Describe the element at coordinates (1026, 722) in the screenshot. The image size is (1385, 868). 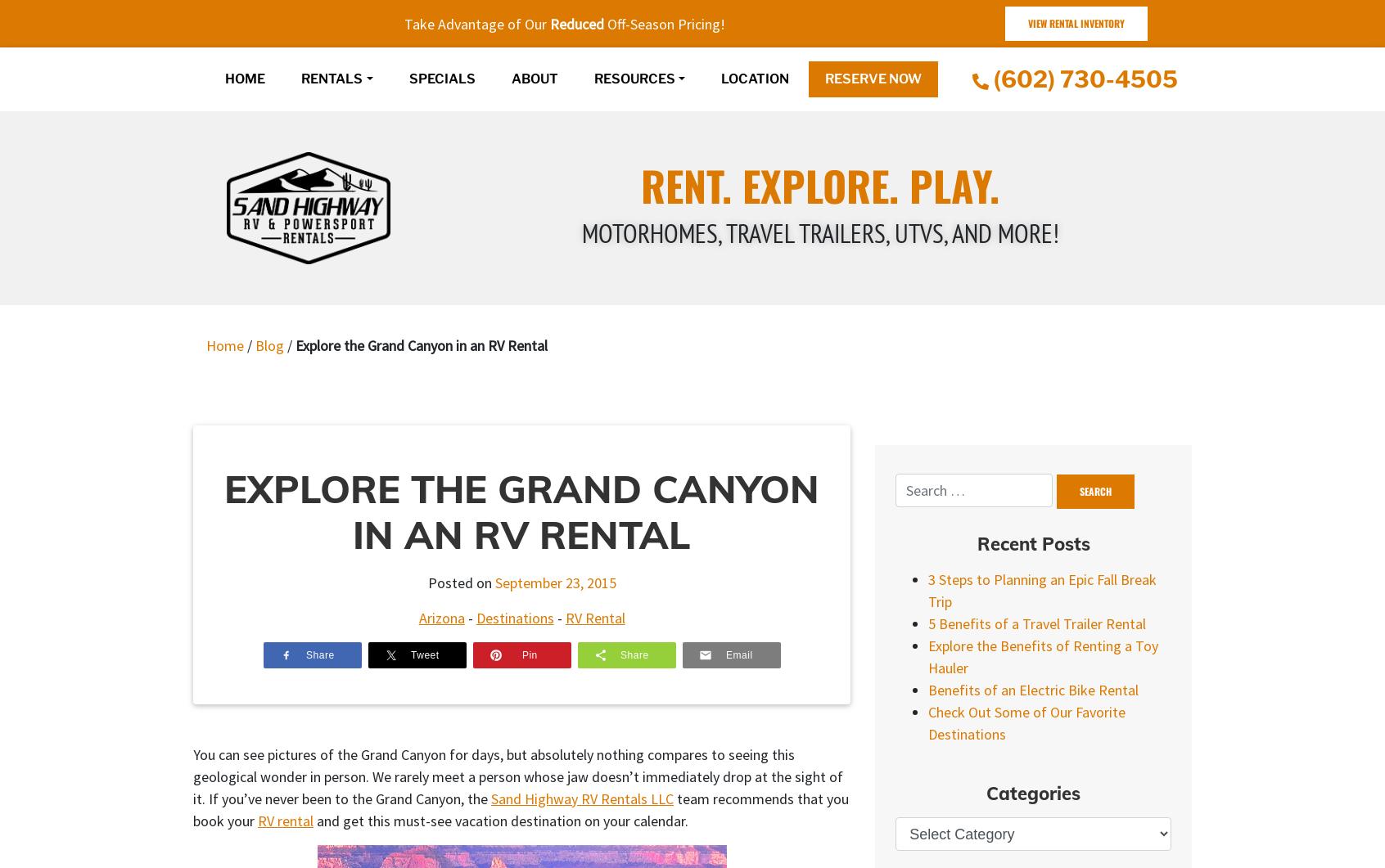
I see `'Check Out Some of Our Favorite Destinations'` at that location.